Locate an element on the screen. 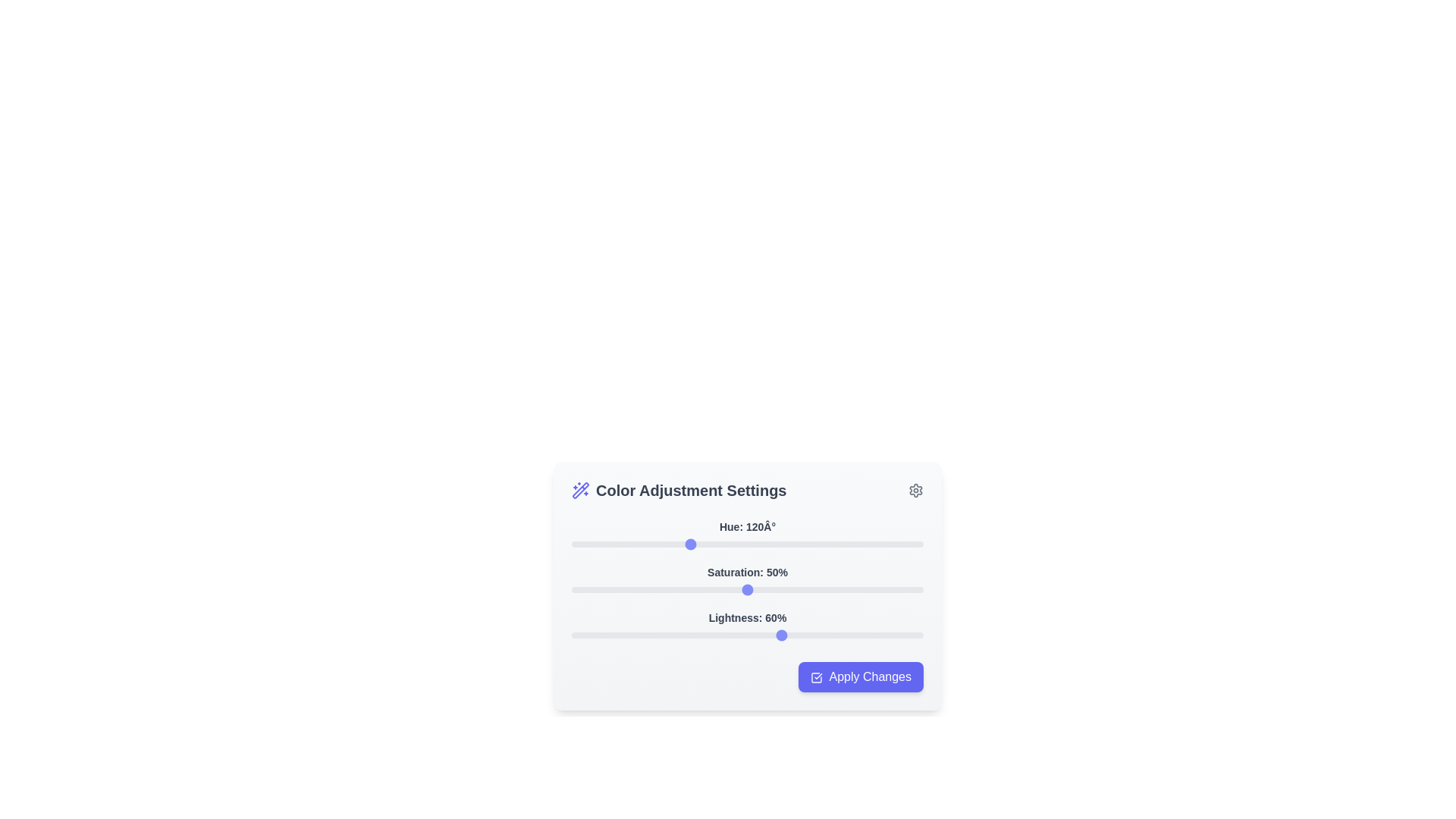  hue is located at coordinates (594, 543).